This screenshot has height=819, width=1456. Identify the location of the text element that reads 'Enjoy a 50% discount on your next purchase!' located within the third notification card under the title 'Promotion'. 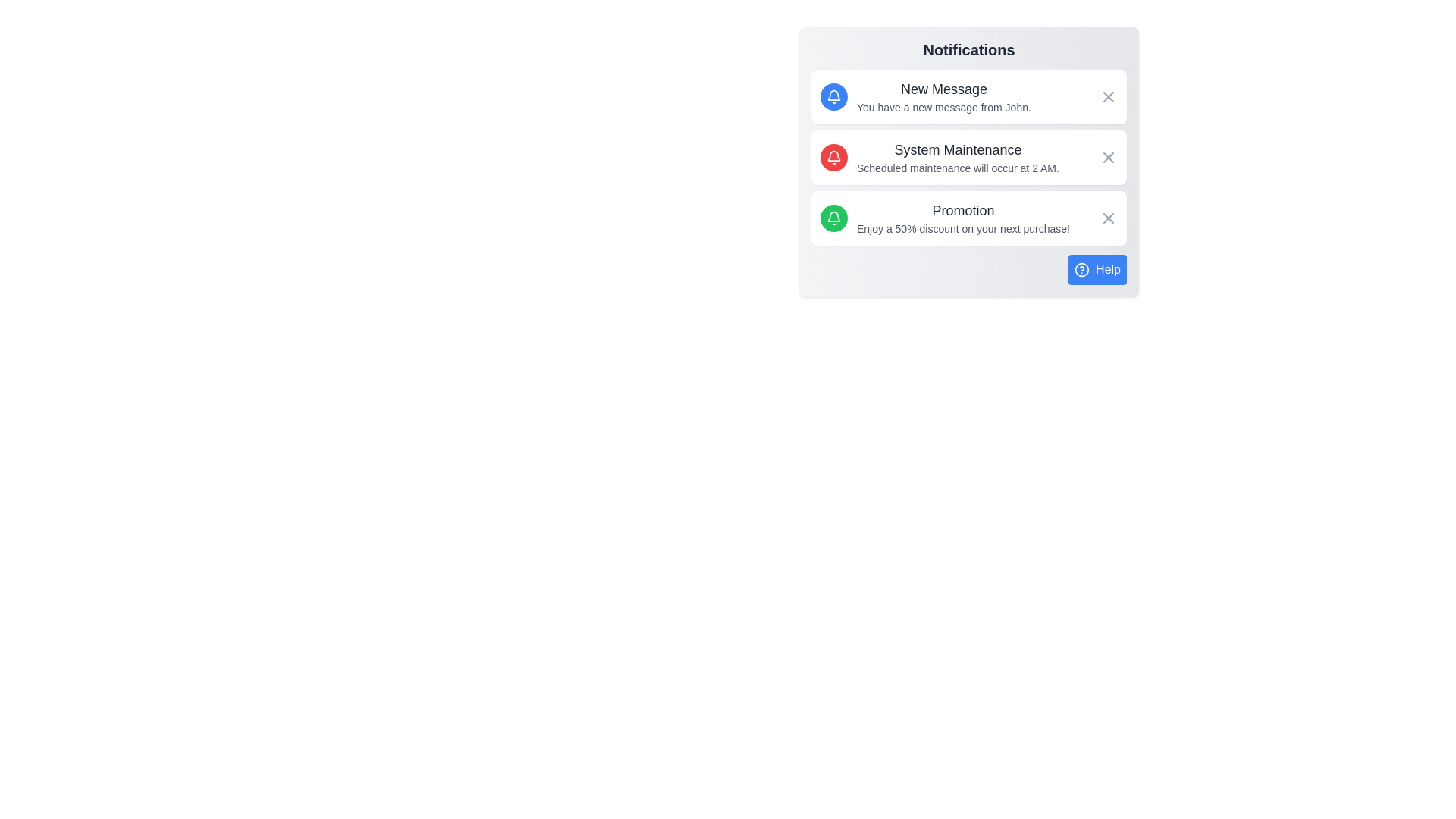
(962, 228).